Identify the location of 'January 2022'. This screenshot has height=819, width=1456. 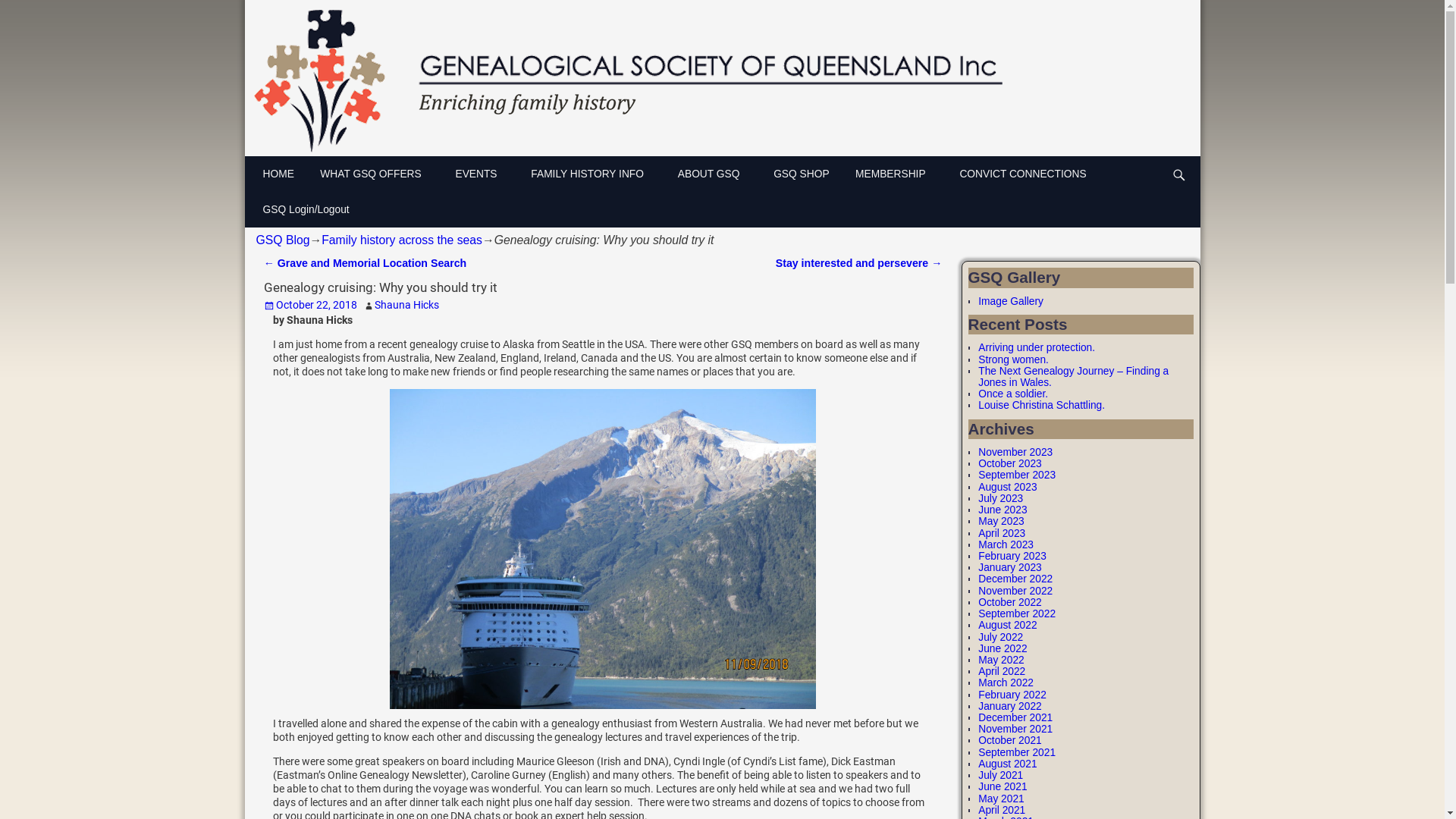
(1009, 706).